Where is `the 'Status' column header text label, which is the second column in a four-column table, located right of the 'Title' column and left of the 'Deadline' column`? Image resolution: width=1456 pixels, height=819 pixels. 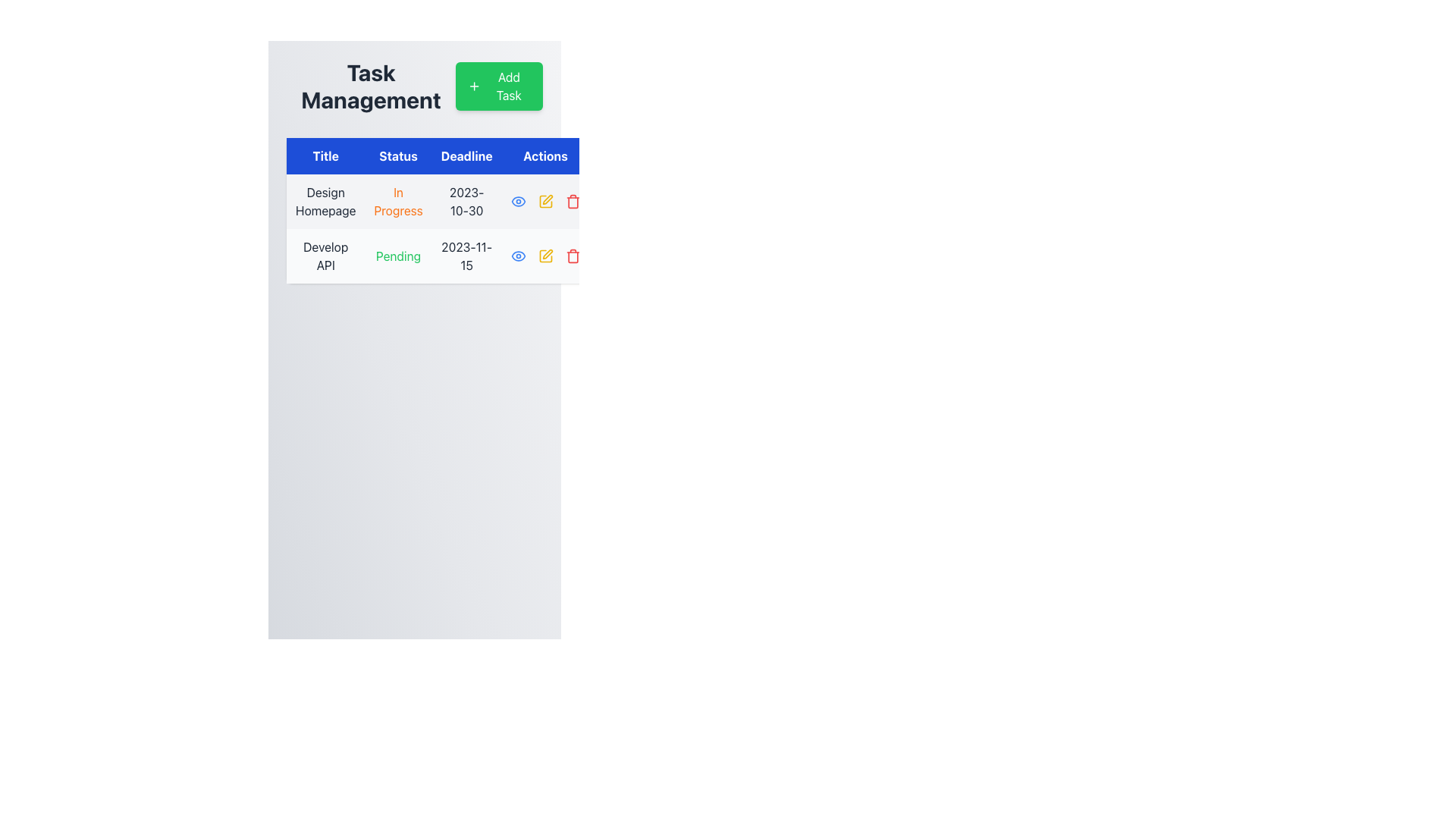 the 'Status' column header text label, which is the second column in a four-column table, located right of the 'Title' column and left of the 'Deadline' column is located at coordinates (398, 155).